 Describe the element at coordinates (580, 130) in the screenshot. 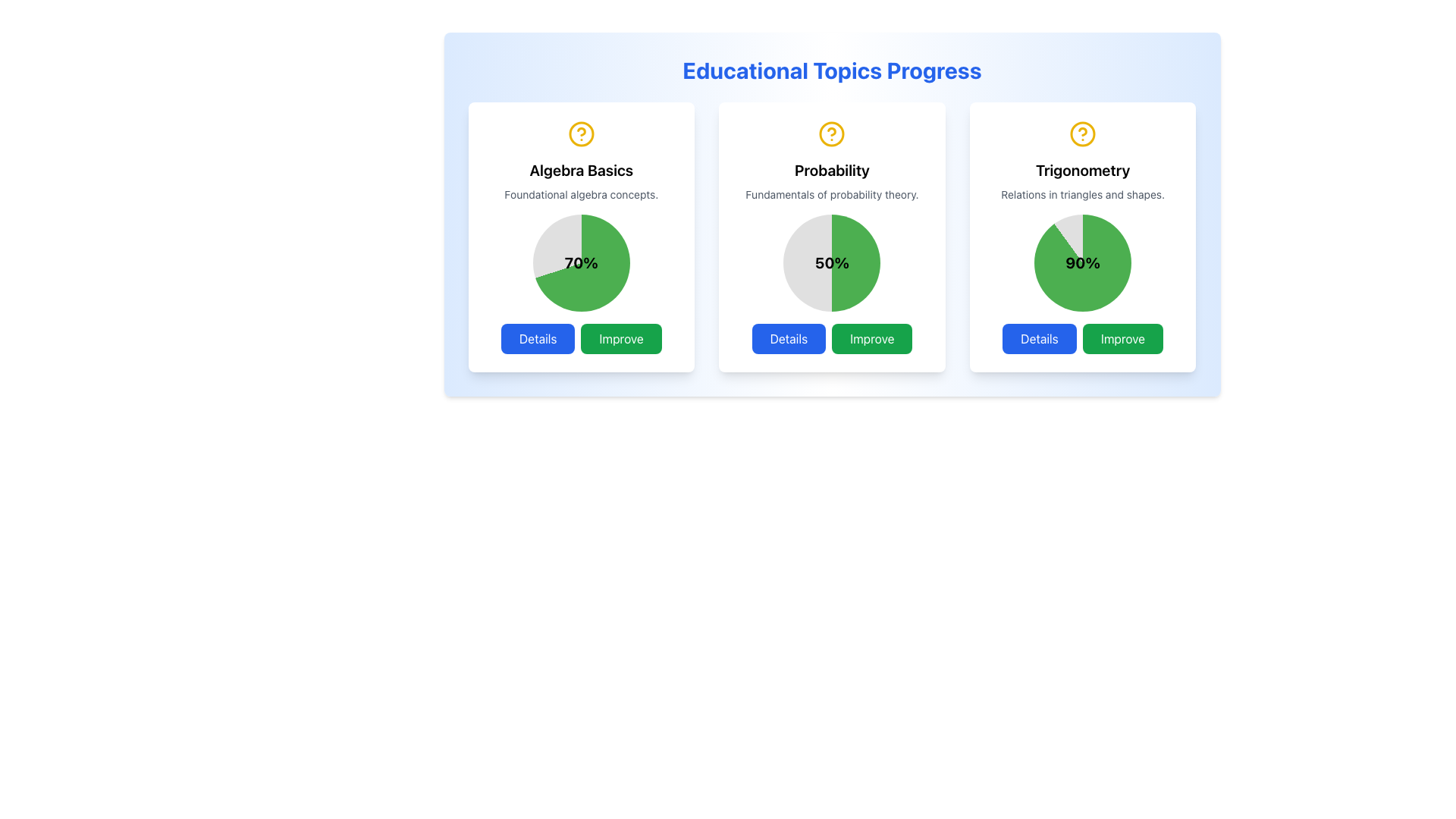

I see `the yellow stylized curve resembling part of a question mark symbol located within the circular icon above the 'Probability' card` at that location.